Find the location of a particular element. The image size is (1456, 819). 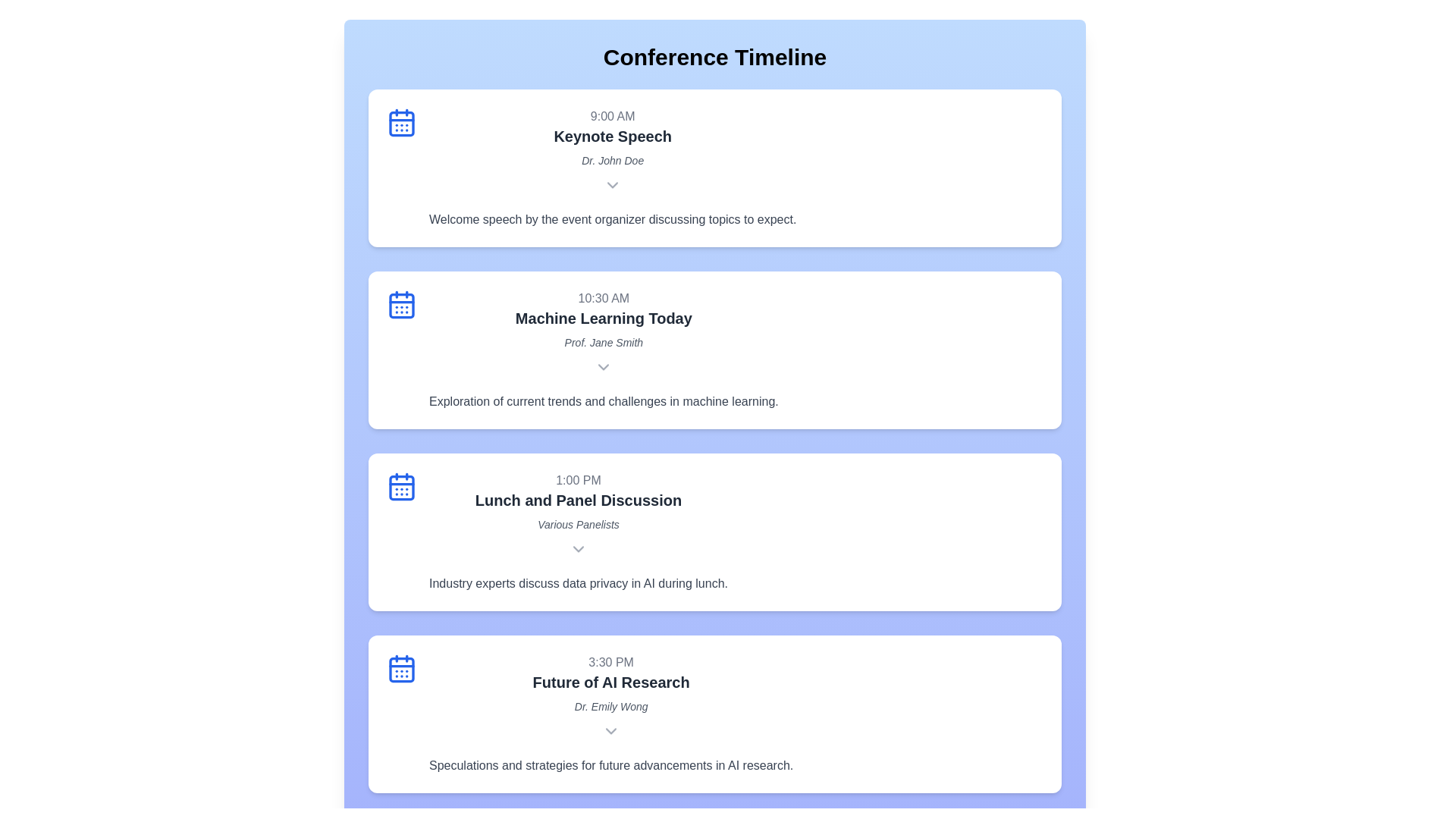

the small rectangular shape with rounded corners, styled in blue, that is part of the calendar icon located in the top-left corner of the white card for the 'Lunch and Panel Discussion' event is located at coordinates (401, 488).